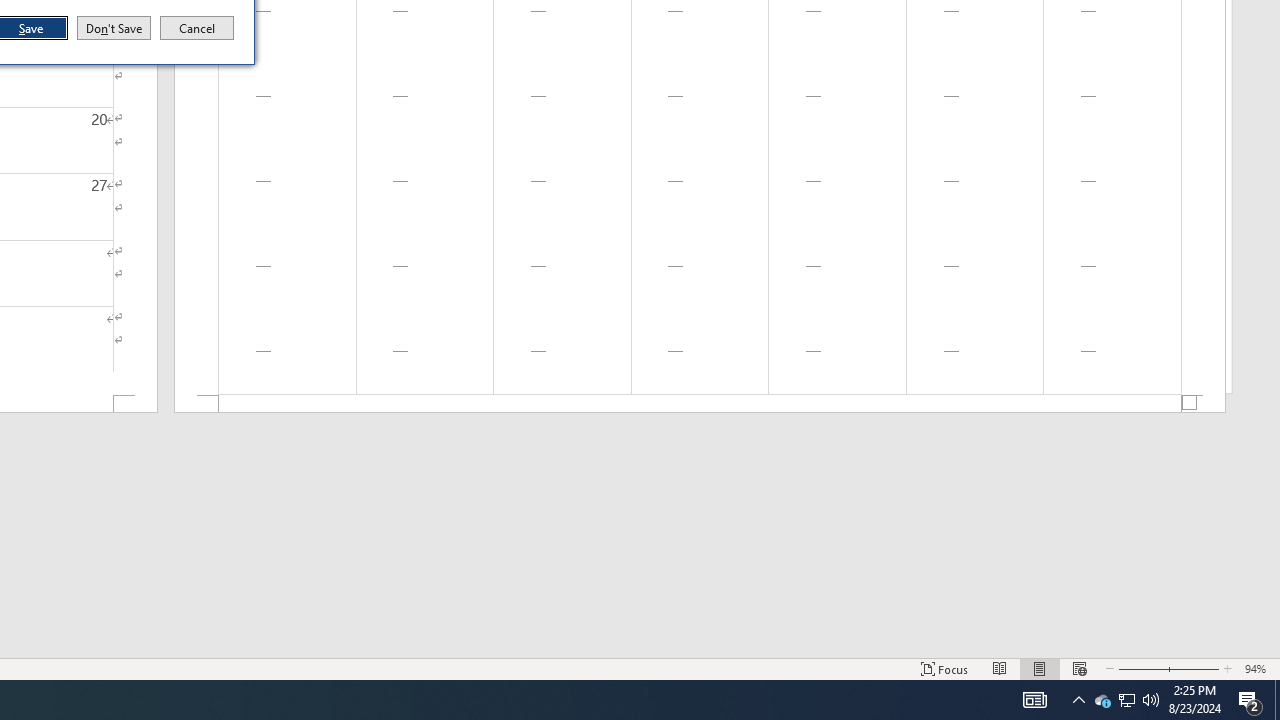 Image resolution: width=1280 pixels, height=720 pixels. I want to click on 'AutomationID: 4105', so click(1078, 698).